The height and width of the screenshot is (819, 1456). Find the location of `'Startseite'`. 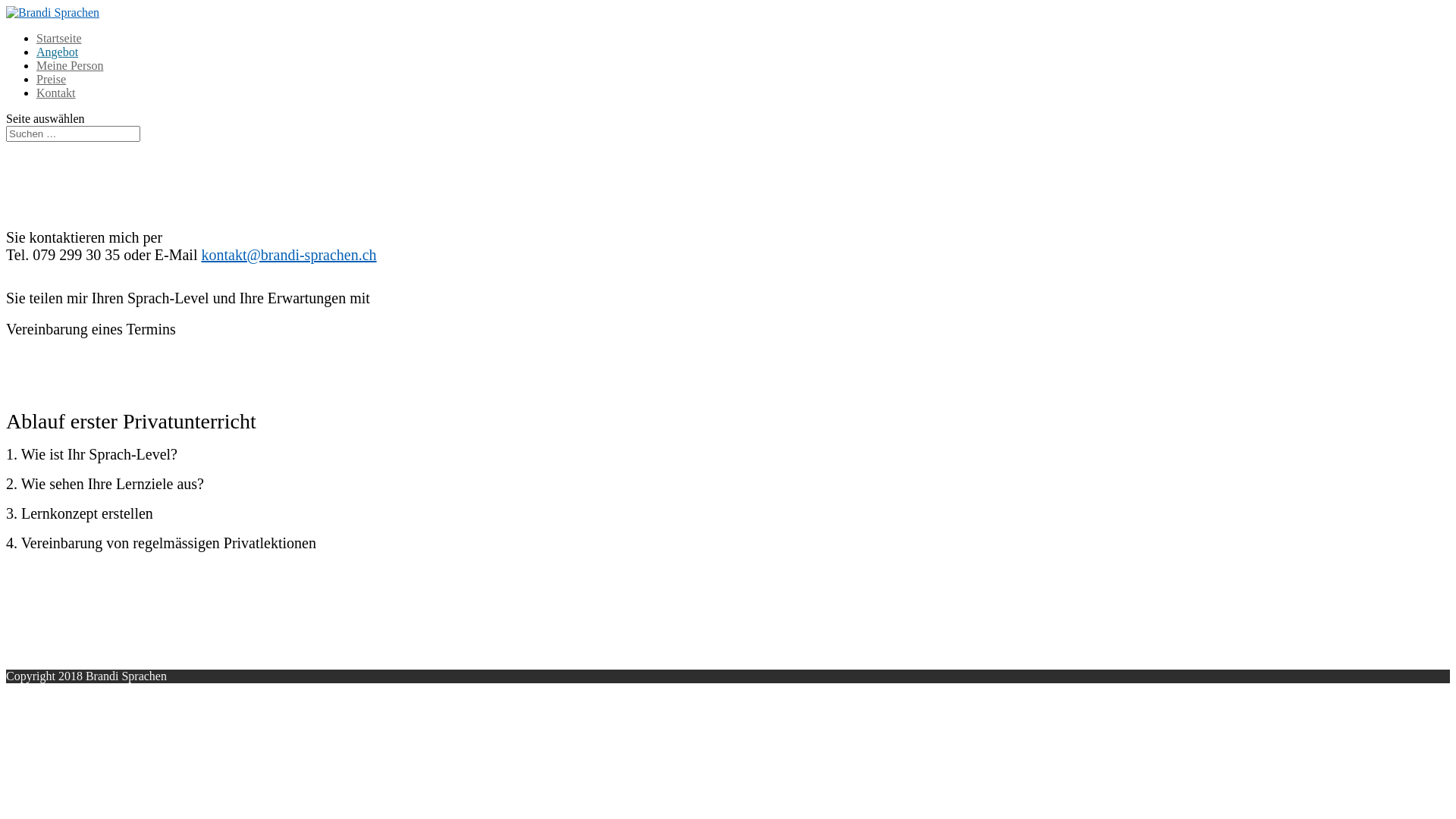

'Startseite' is located at coordinates (58, 37).